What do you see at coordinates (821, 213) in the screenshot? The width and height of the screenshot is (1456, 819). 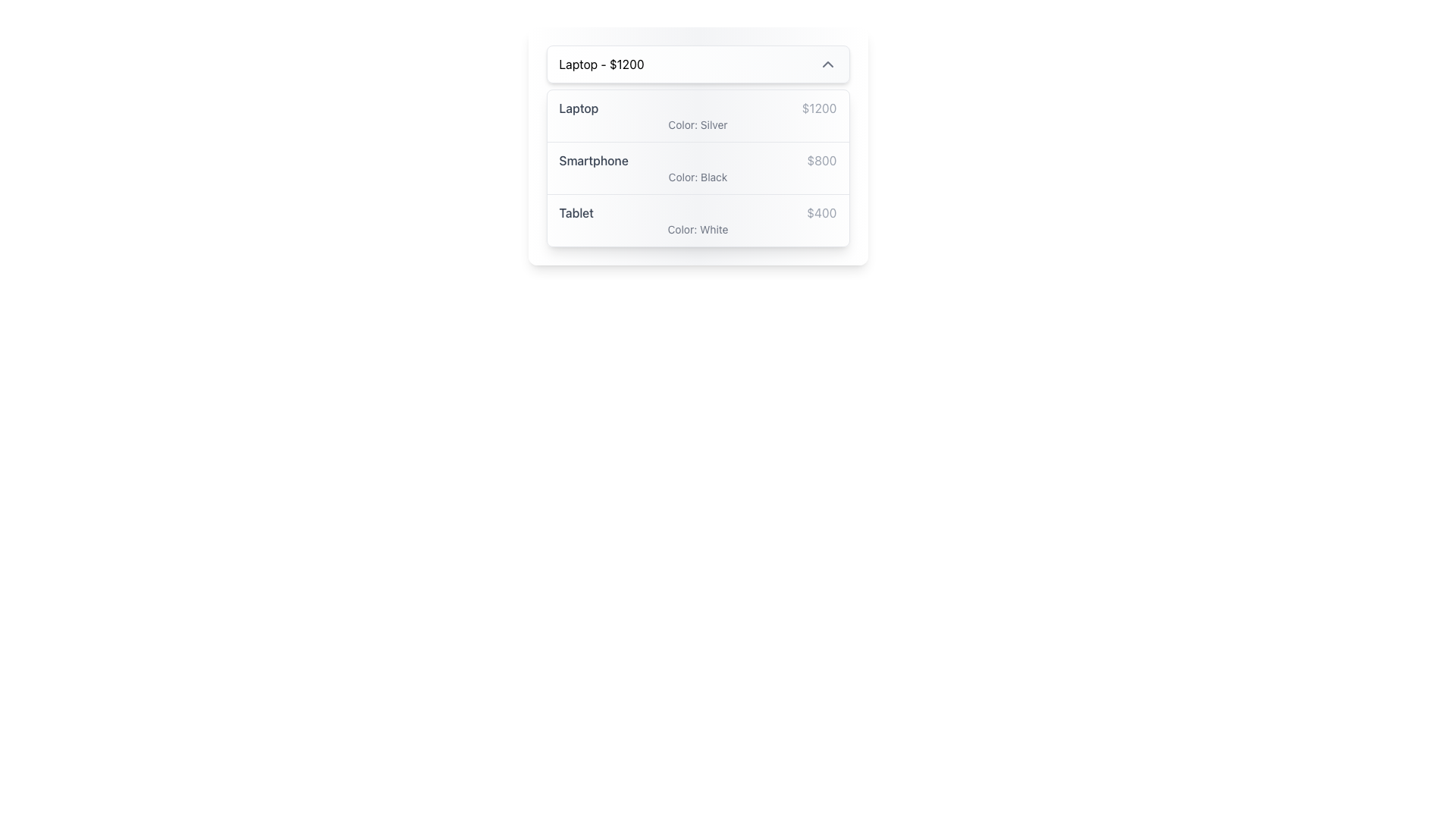 I see `the price text element displaying '$400', which is styled in gray and located in the third row of the dropdown panel next to the 'Tablet' label` at bounding box center [821, 213].